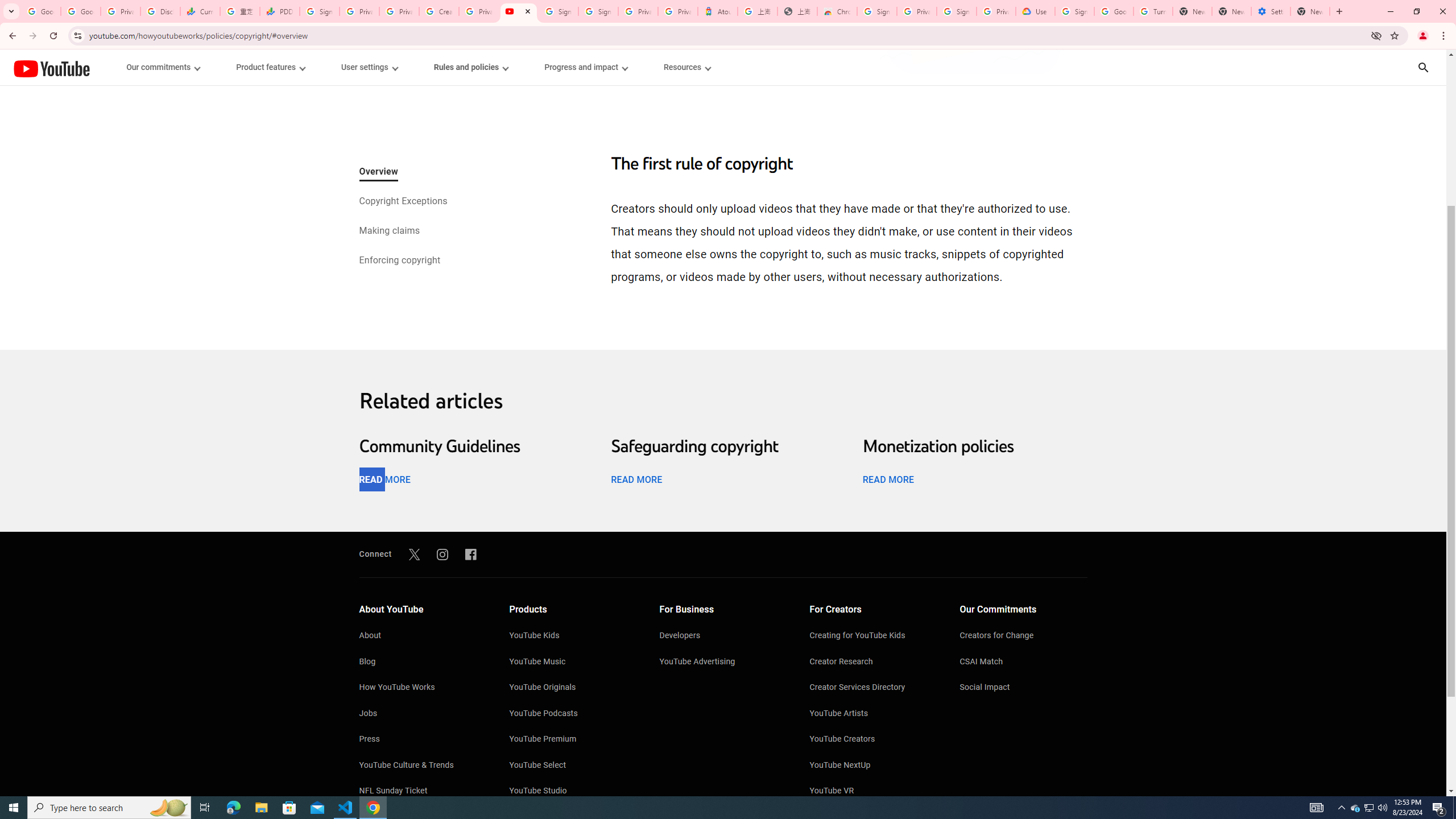  Describe the element at coordinates (421, 765) in the screenshot. I see `'YouTube Culture & Trends'` at that location.